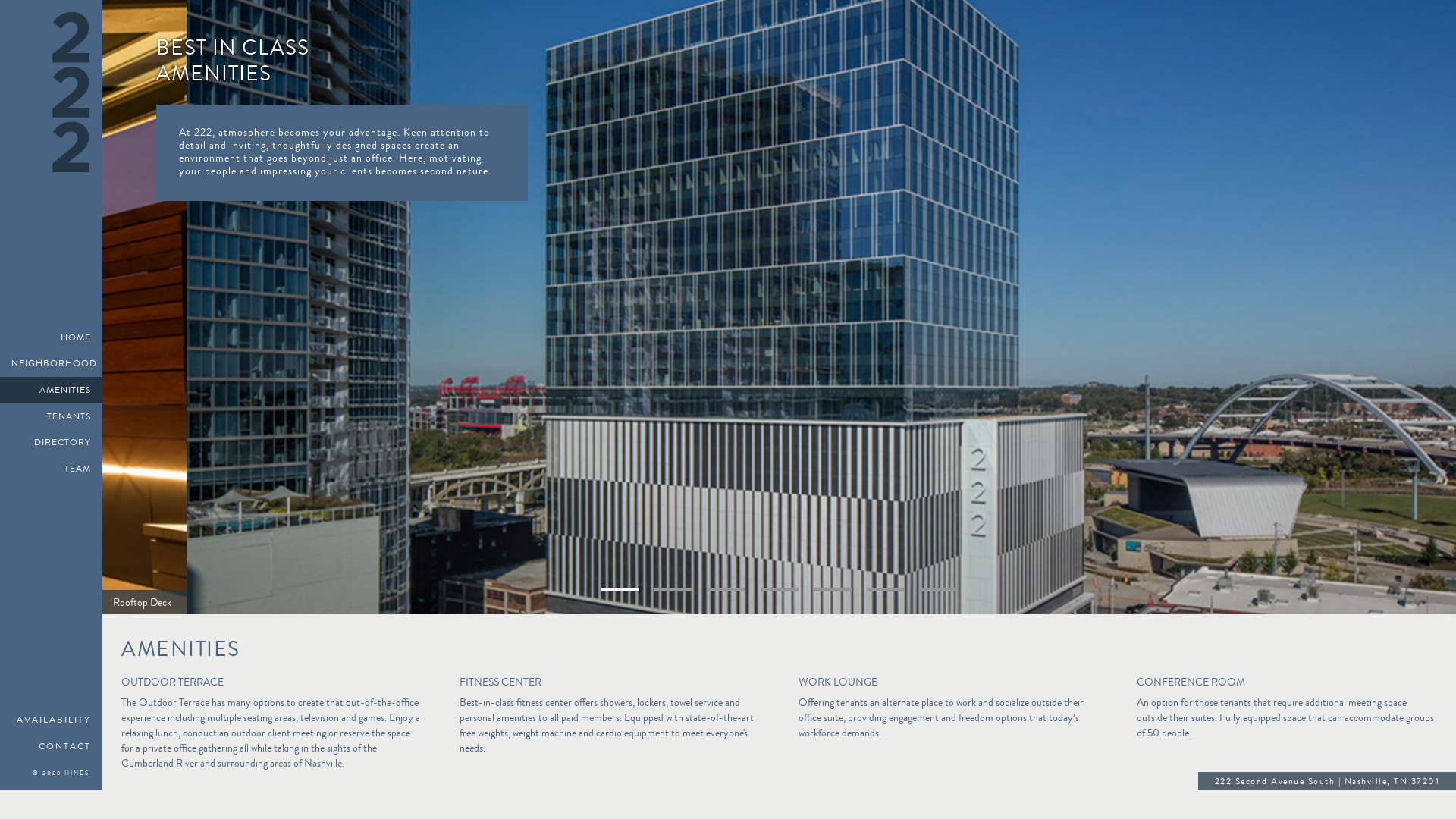 The image size is (1456, 819). What do you see at coordinates (0, 389) in the screenshot?
I see `'AMENITIES'` at bounding box center [0, 389].